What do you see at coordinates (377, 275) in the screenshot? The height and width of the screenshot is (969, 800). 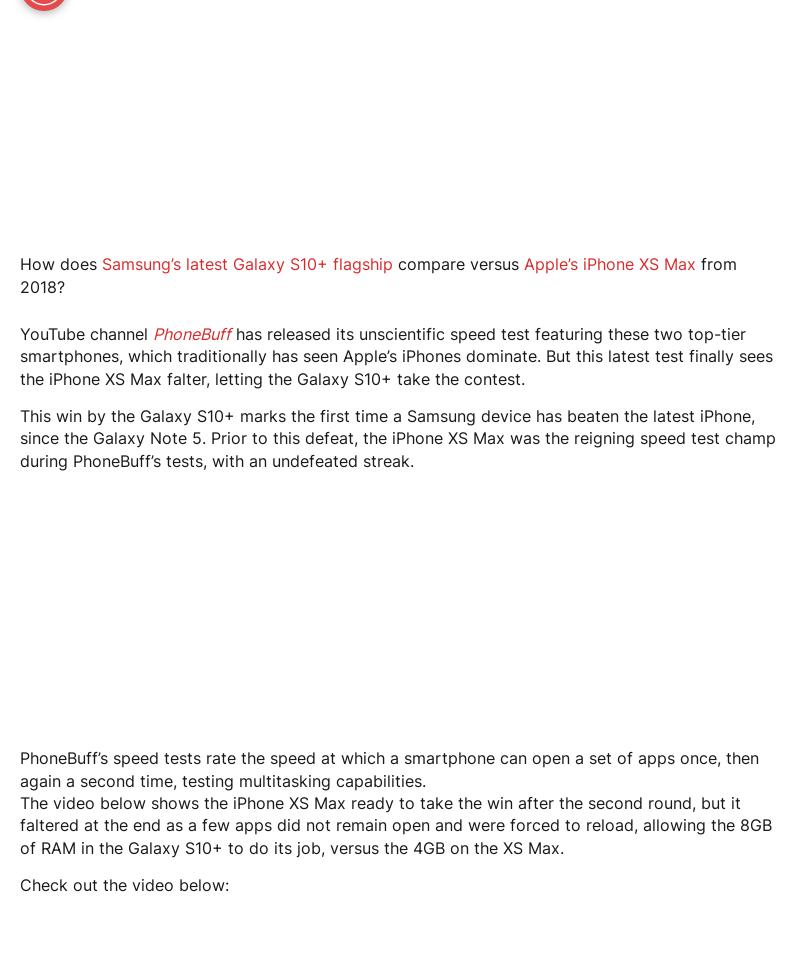 I see `'from 2018?'` at bounding box center [377, 275].